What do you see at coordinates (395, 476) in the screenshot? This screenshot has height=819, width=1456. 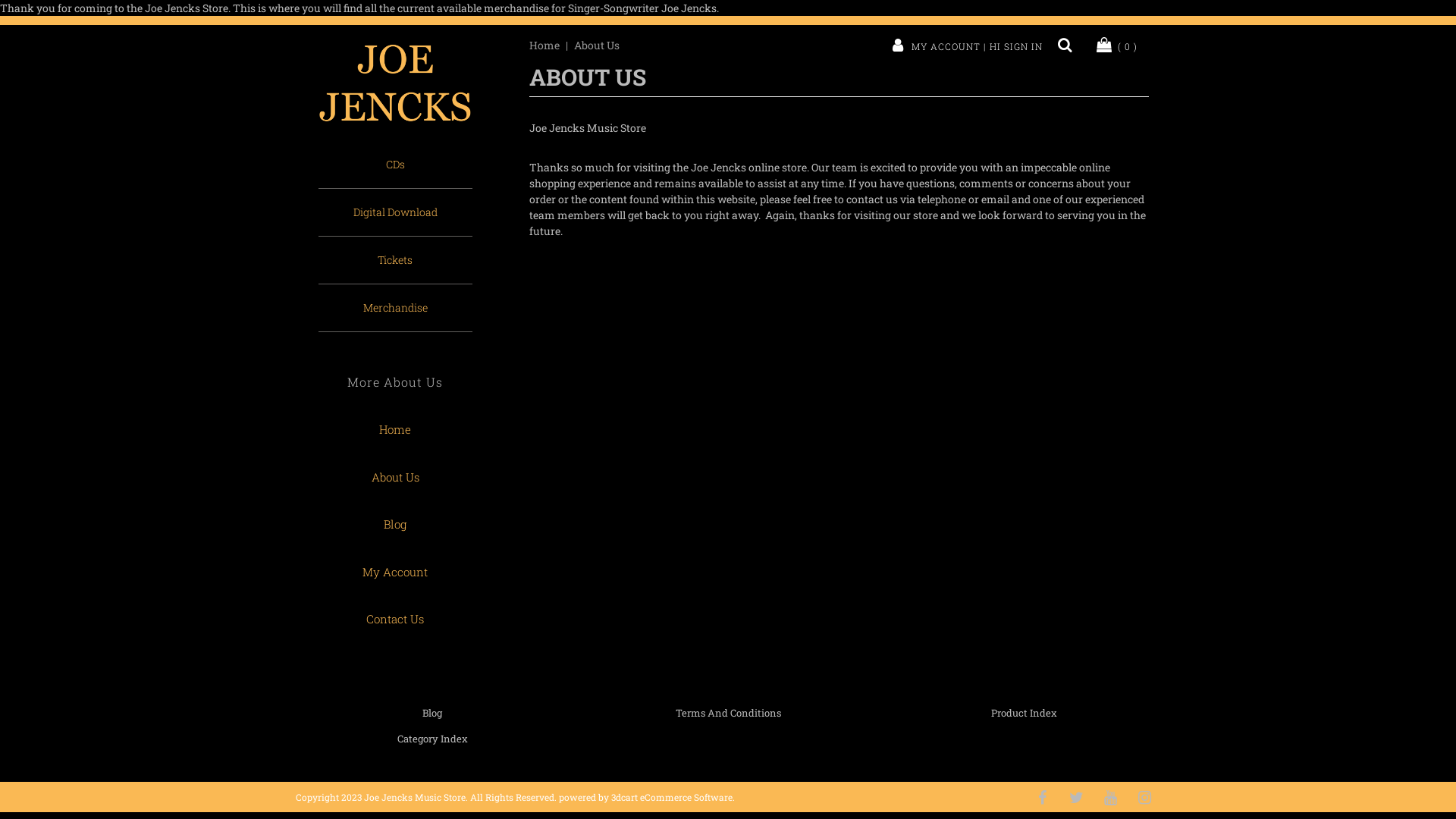 I see `'About Us'` at bounding box center [395, 476].